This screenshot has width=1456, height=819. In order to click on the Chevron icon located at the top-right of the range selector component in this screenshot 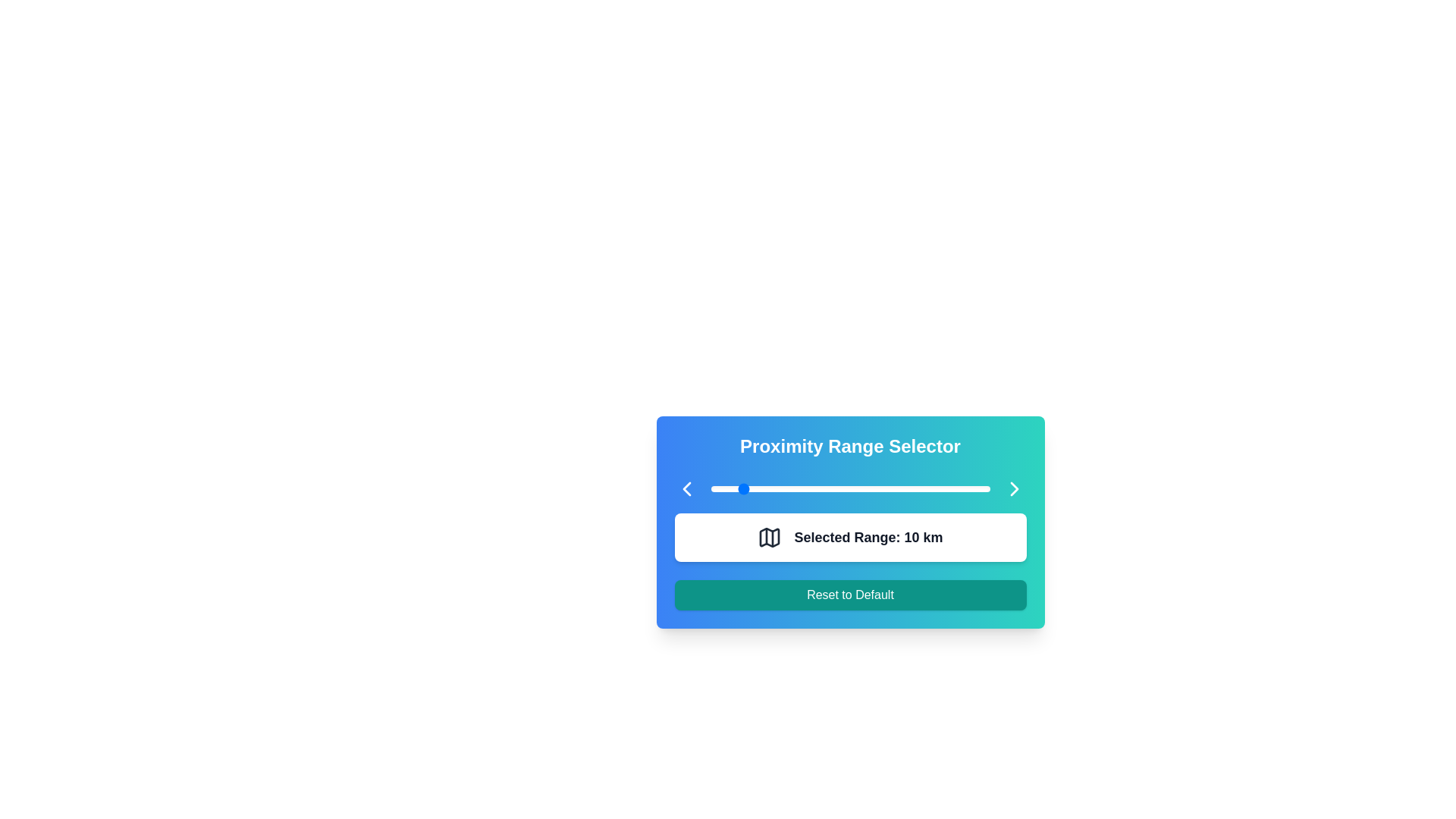, I will do `click(1014, 488)`.